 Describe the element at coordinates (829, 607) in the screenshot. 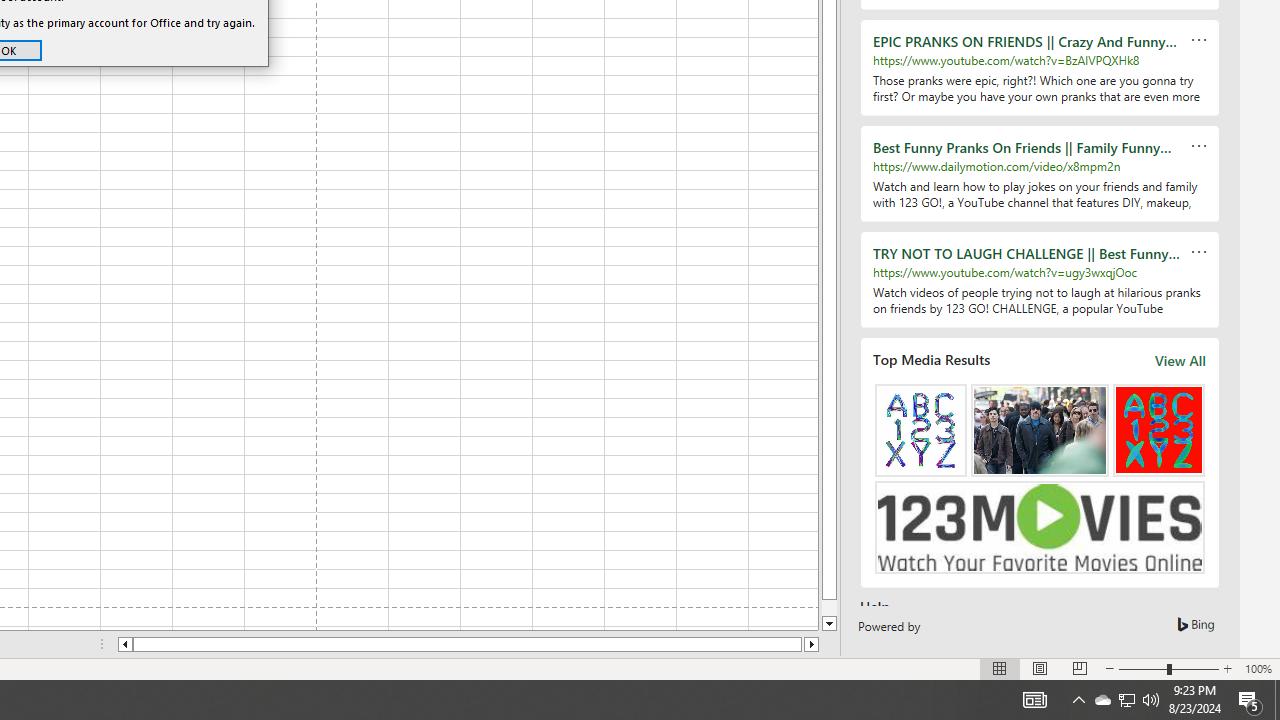

I see `'Page down'` at that location.